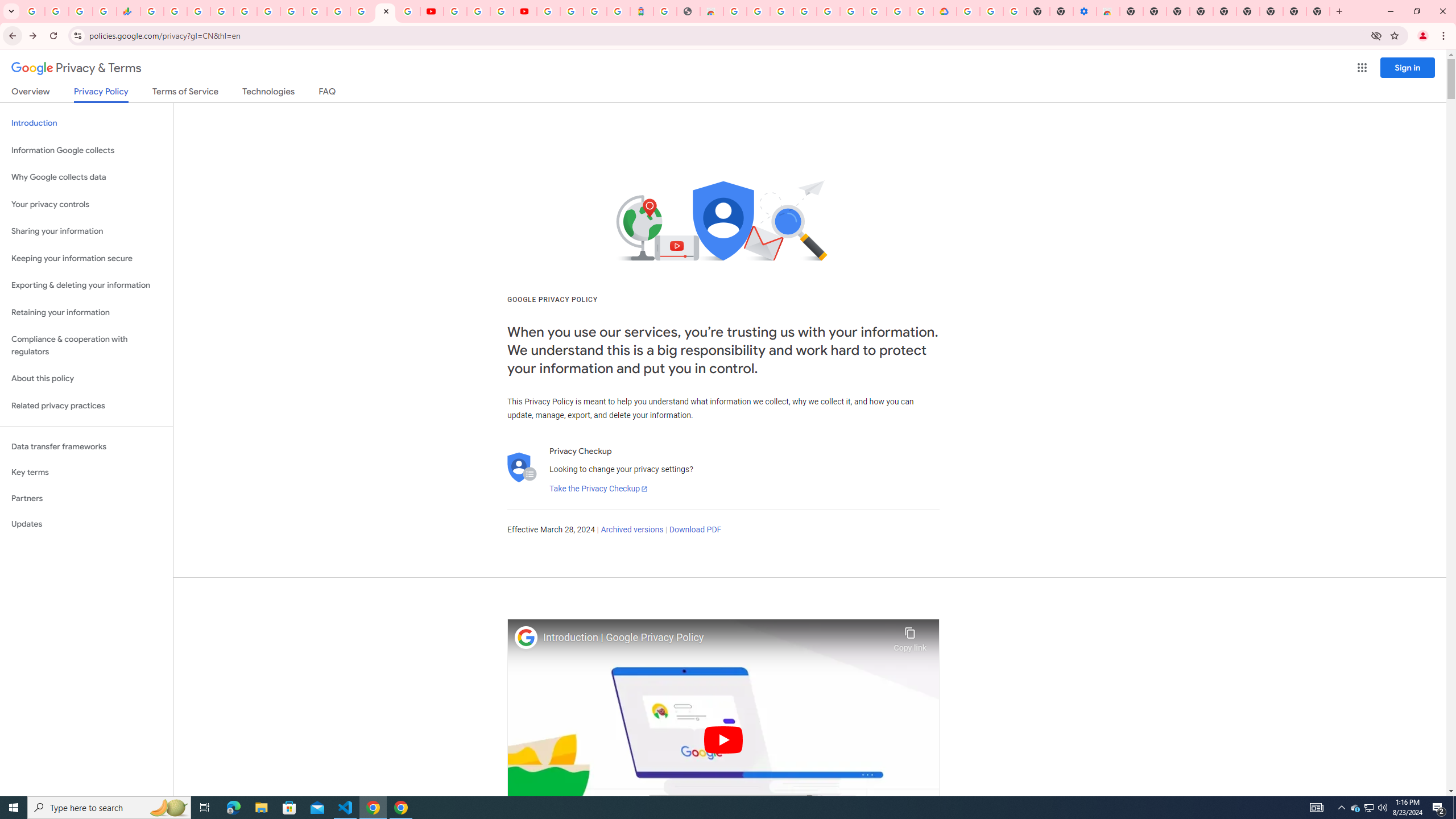  Describe the element at coordinates (268, 93) in the screenshot. I see `'Technologies'` at that location.